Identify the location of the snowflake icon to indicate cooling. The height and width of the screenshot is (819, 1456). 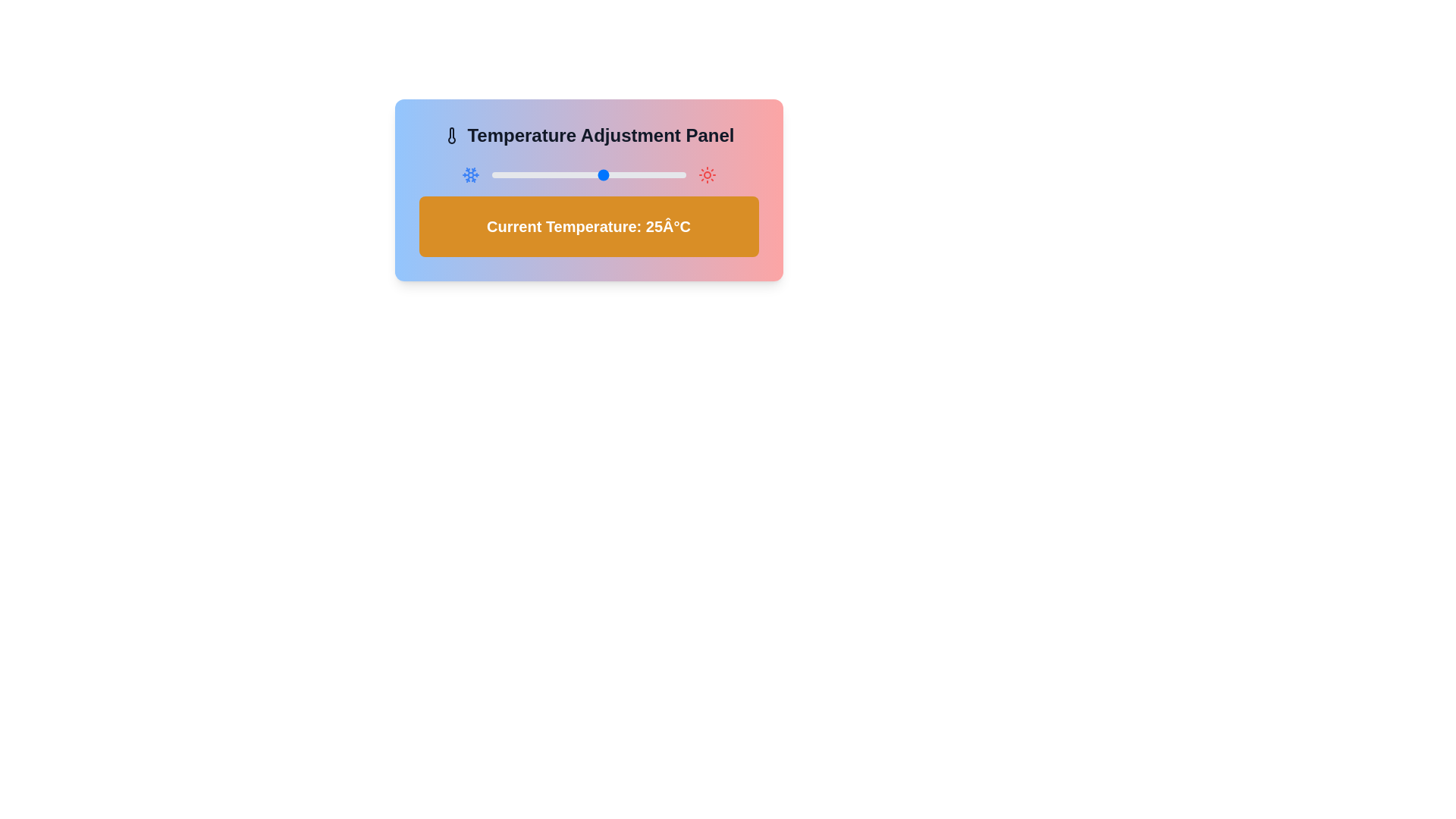
(469, 174).